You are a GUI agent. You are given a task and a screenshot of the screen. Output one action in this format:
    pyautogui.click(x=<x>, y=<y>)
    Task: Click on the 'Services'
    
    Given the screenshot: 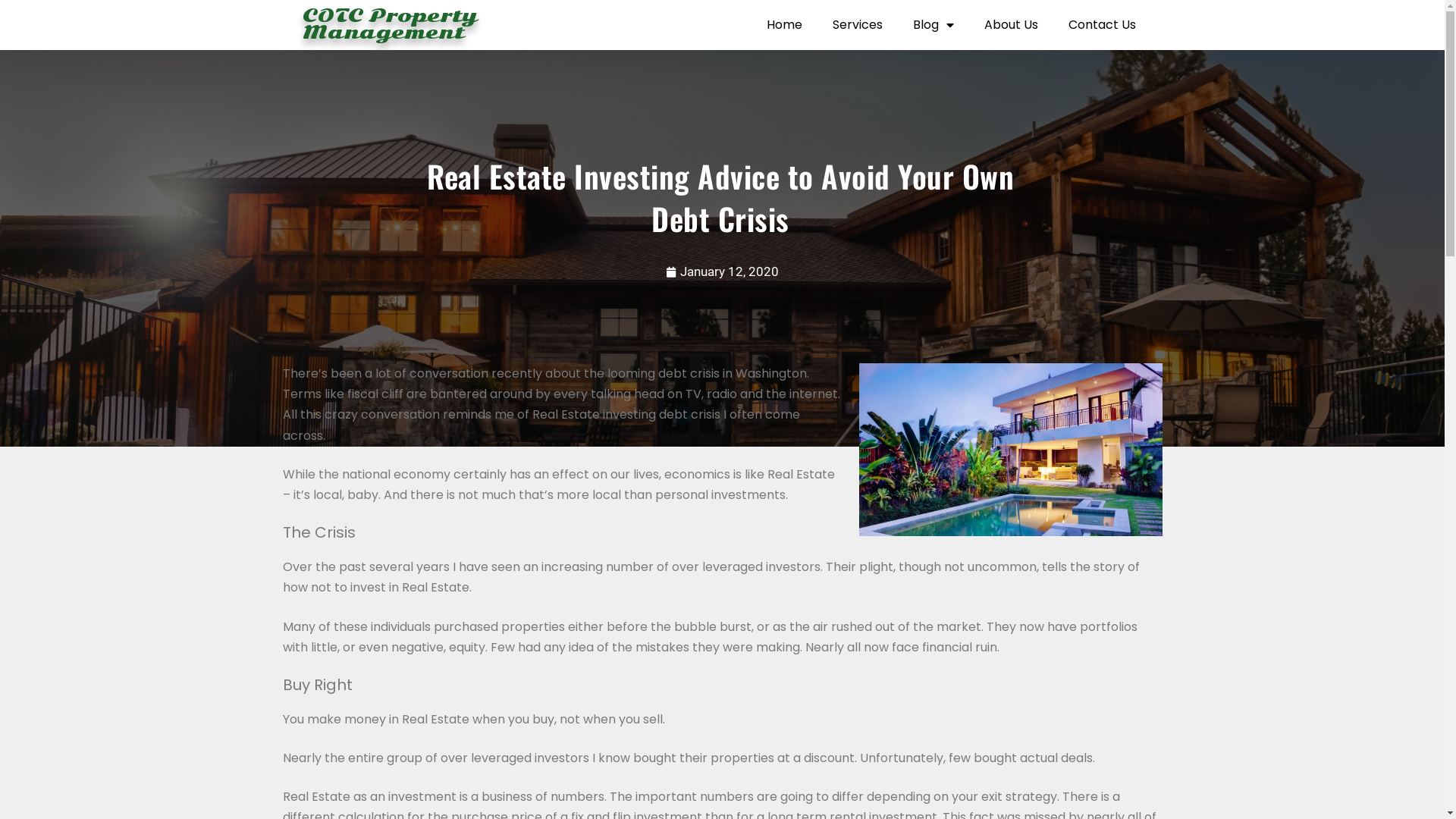 What is the action you would take?
    pyautogui.click(x=817, y=25)
    